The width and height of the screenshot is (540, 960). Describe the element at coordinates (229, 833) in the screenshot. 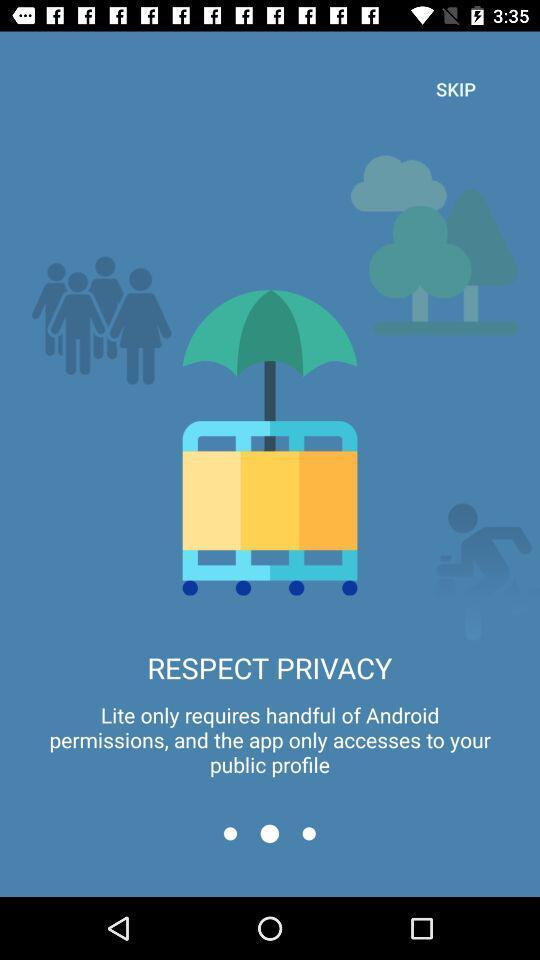

I see `go back` at that location.